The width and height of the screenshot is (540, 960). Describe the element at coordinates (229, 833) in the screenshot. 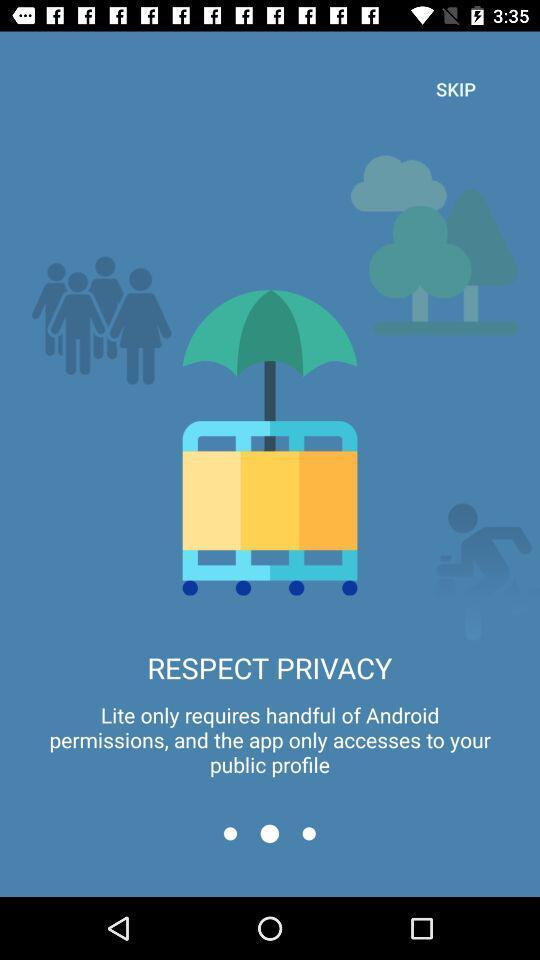

I see `go back` at that location.